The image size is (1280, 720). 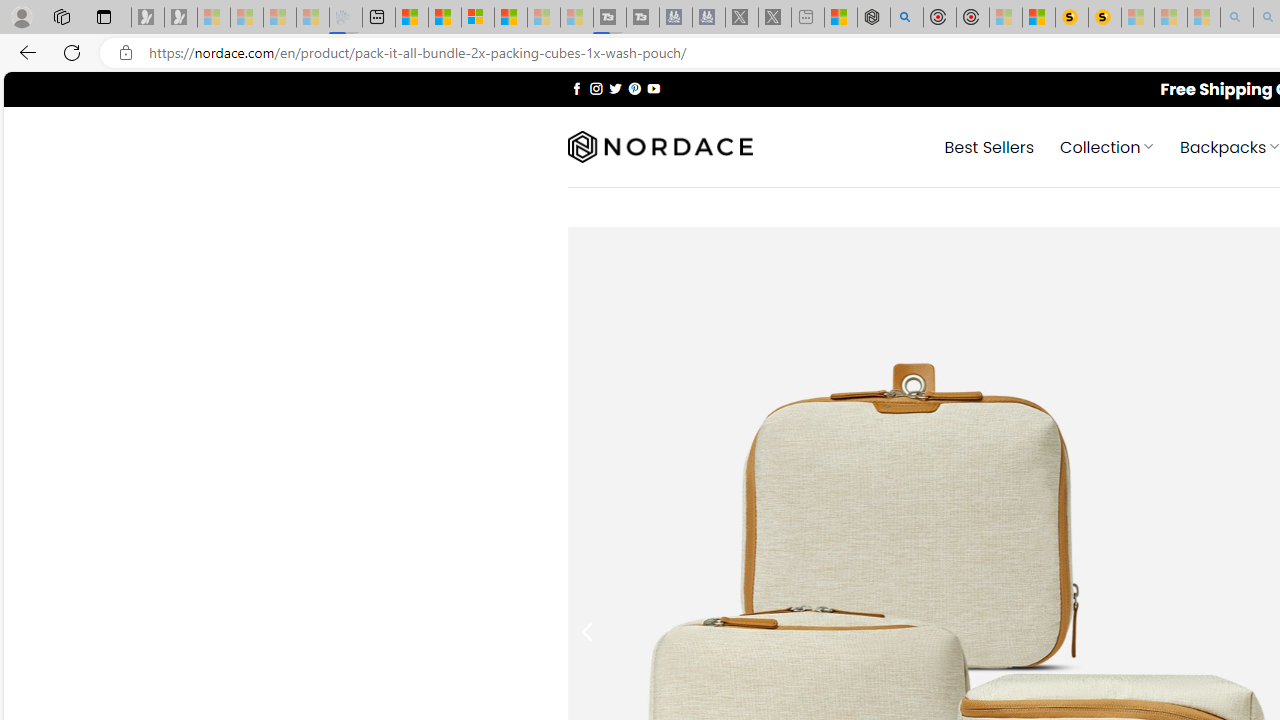 What do you see at coordinates (1236, 17) in the screenshot?
I see `'amazon - Search - Sleeping'` at bounding box center [1236, 17].